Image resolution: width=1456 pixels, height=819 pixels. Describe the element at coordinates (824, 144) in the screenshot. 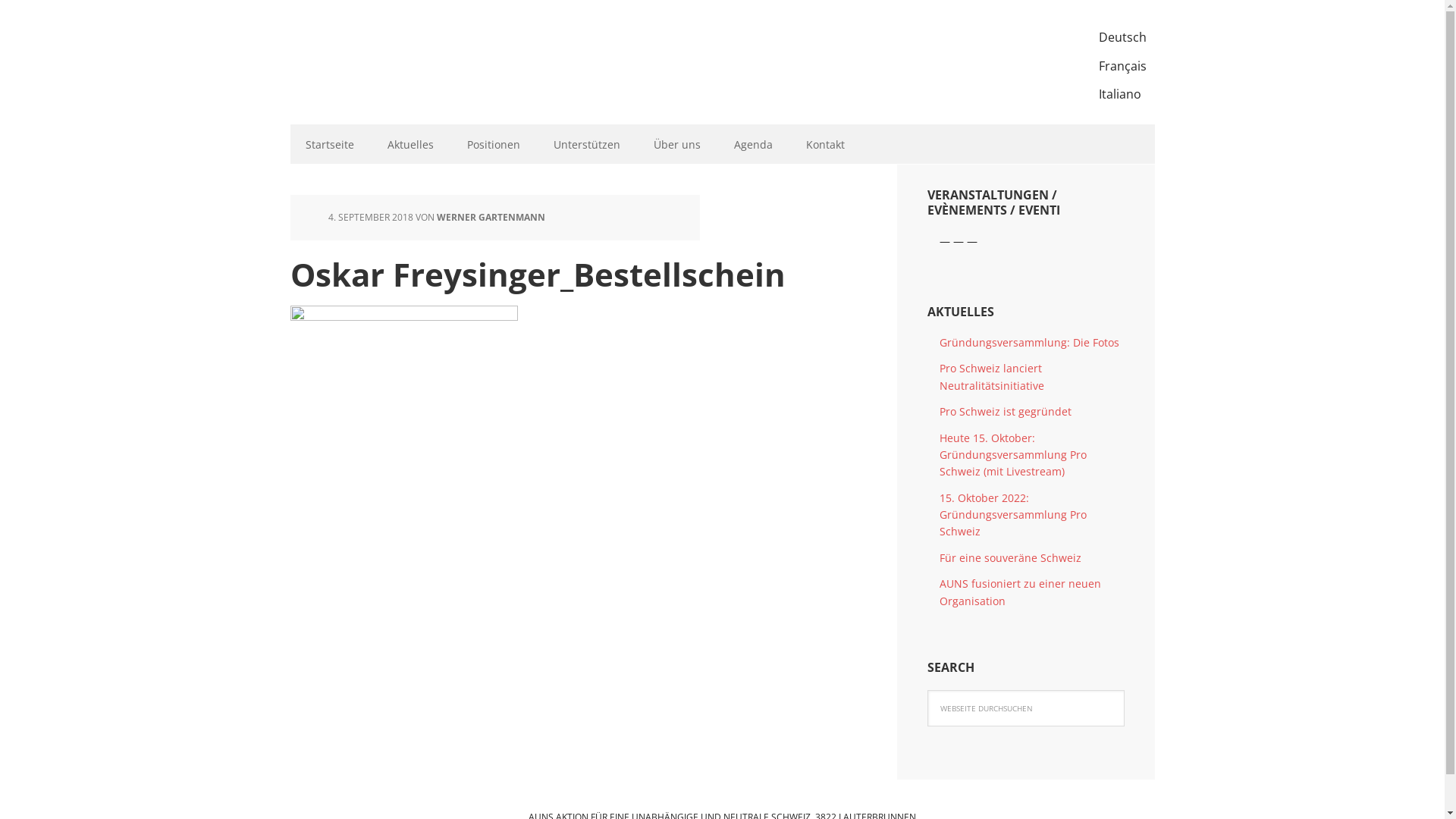

I see `'Kontakt'` at that location.